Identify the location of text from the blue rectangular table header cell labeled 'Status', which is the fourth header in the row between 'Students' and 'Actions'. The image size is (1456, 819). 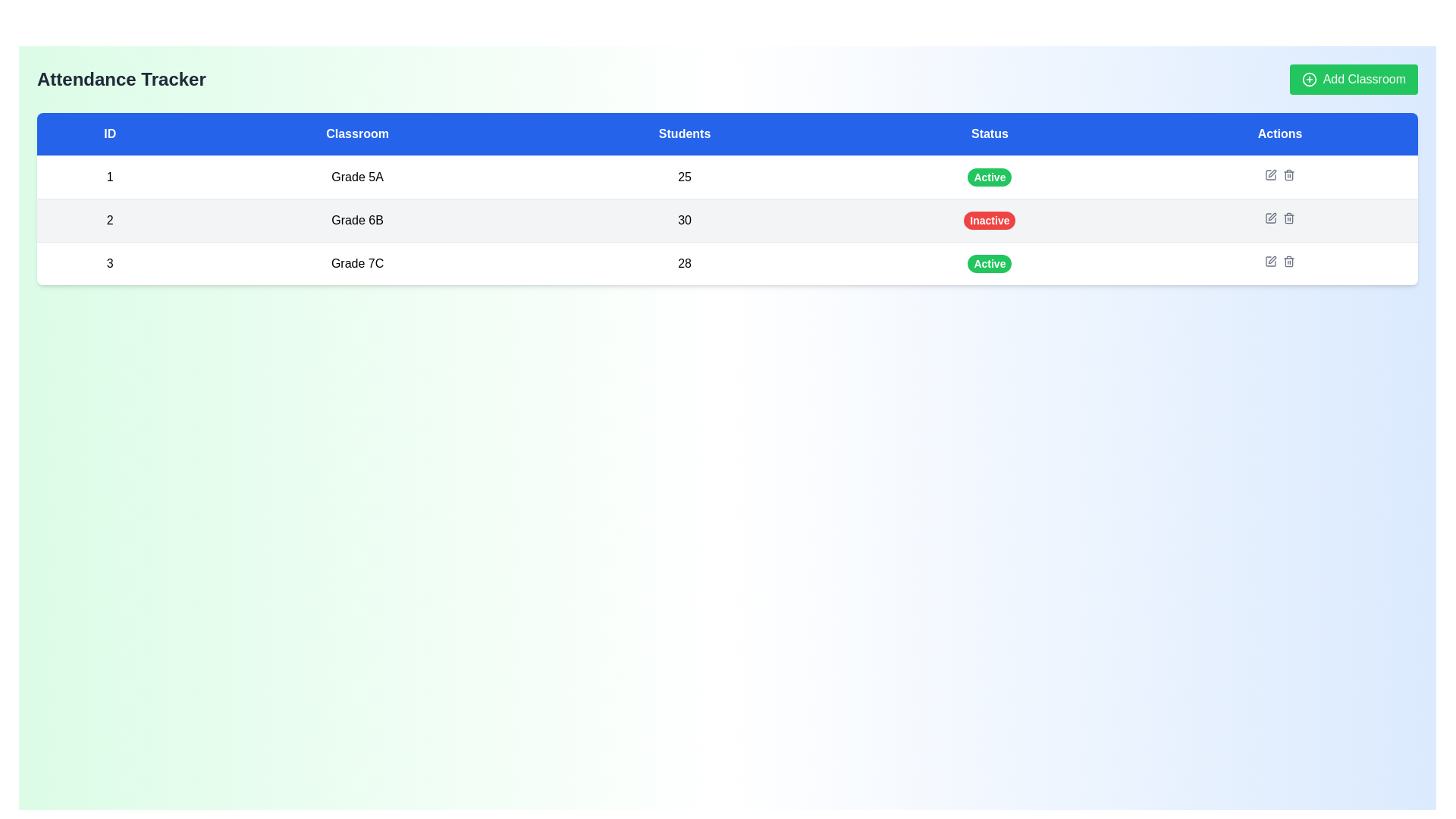
(990, 133).